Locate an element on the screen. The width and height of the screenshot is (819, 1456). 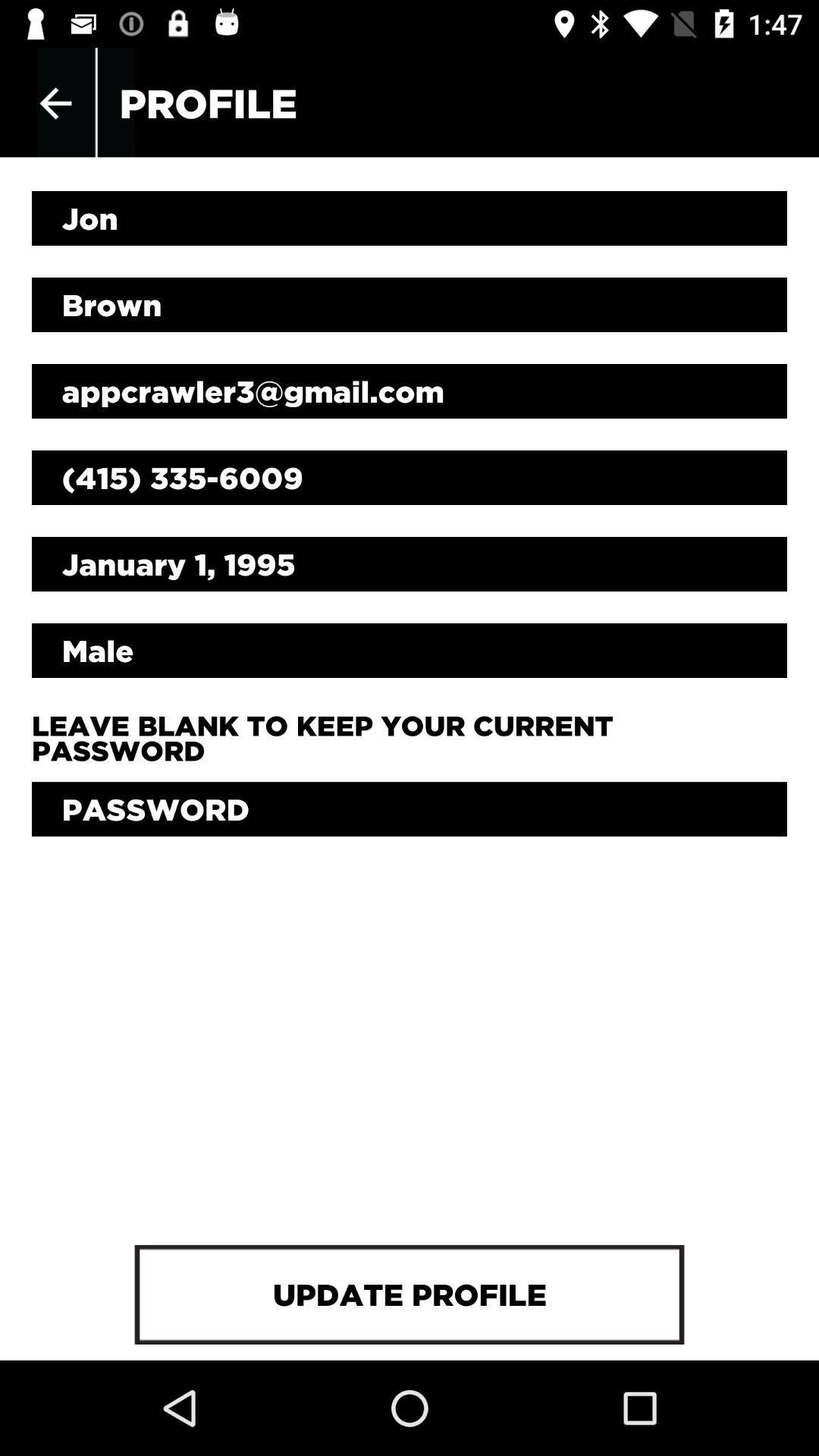
the brown item is located at coordinates (409, 304).